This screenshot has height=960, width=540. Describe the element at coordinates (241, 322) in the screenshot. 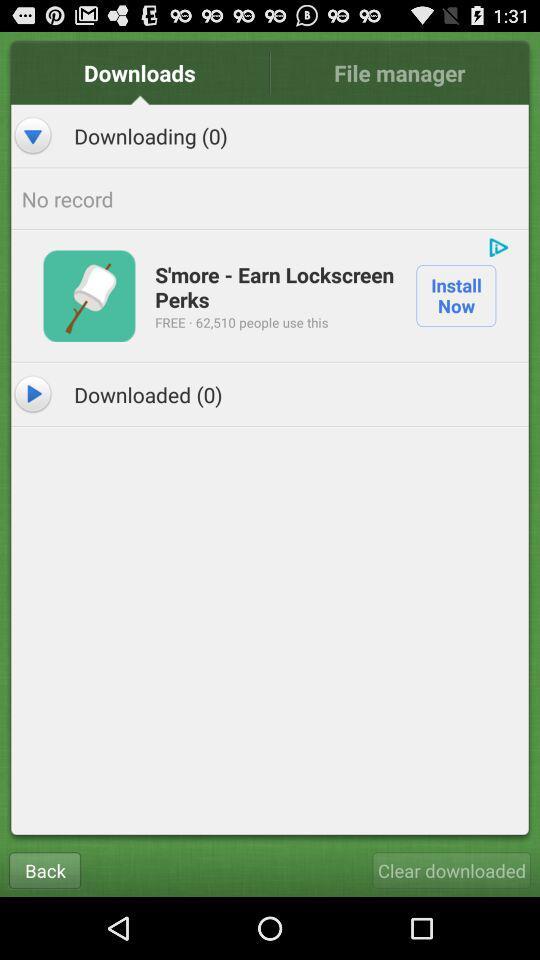

I see `item next to install now app` at that location.